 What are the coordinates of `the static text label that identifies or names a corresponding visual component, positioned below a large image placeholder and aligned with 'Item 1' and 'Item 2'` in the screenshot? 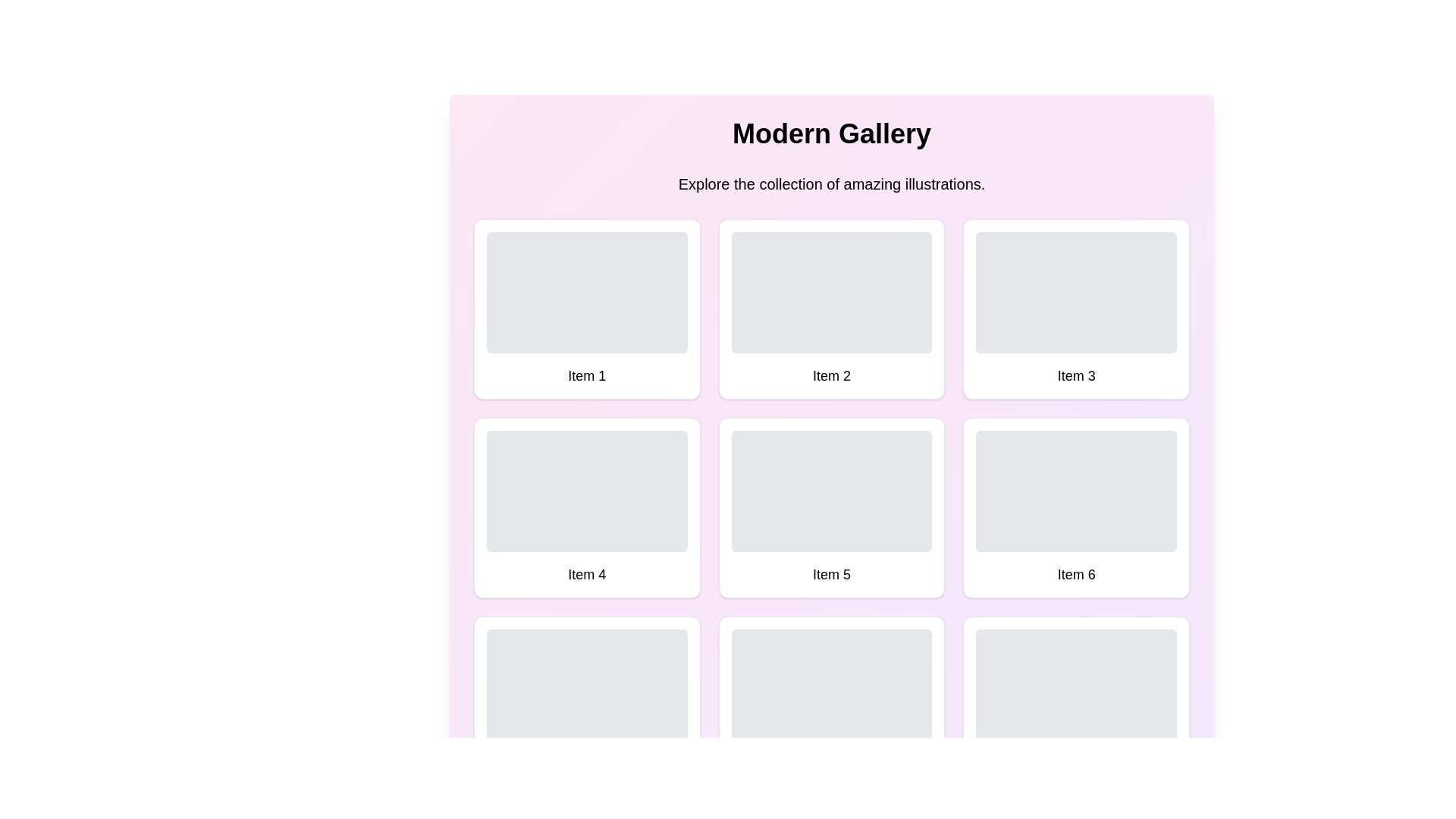 It's located at (1075, 375).